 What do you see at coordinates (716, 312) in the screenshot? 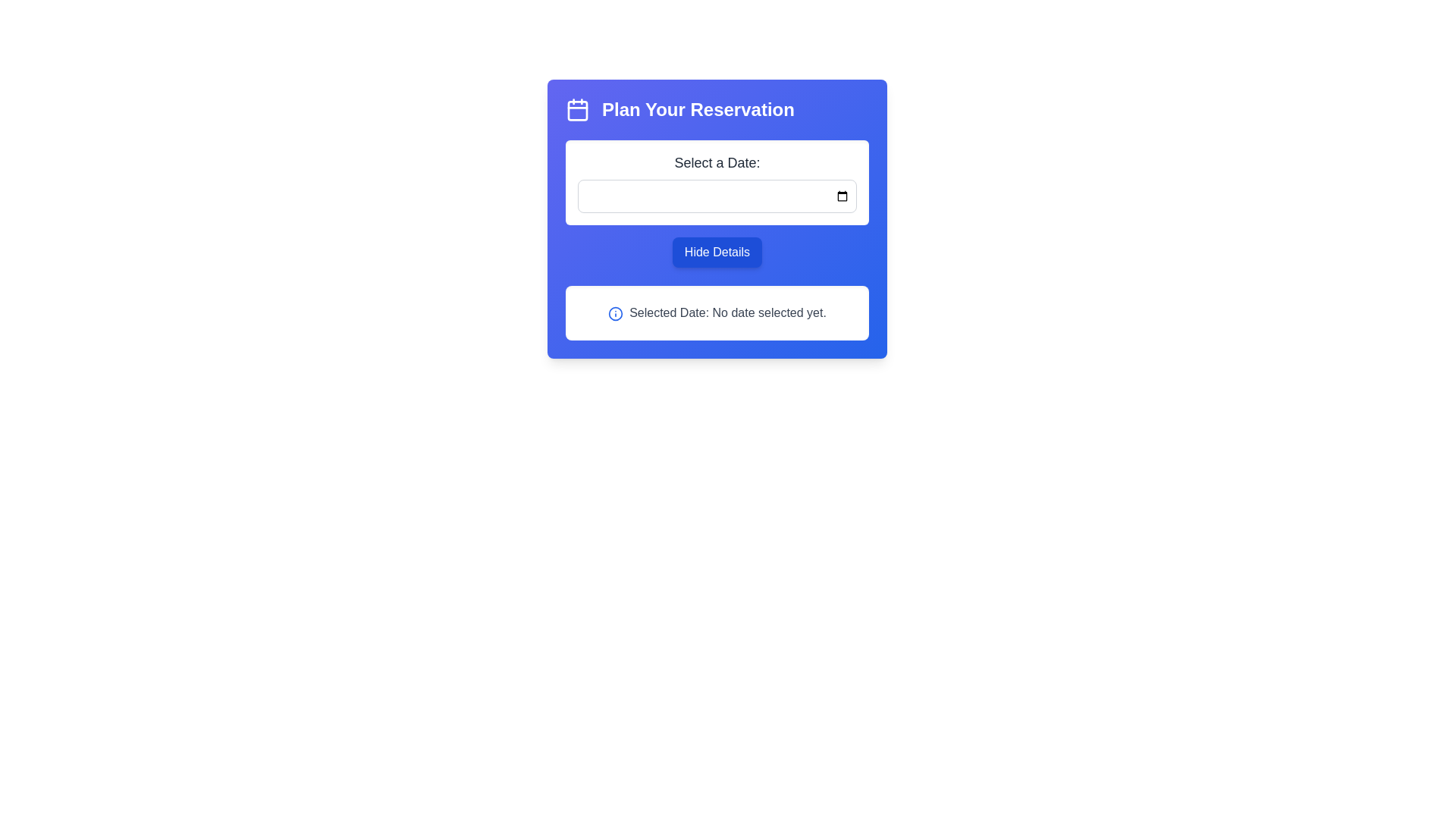
I see `the static informational box displaying 'Selected Date: No date selected yet.' which contains a small blue information icon at the beginning of the text` at bounding box center [716, 312].